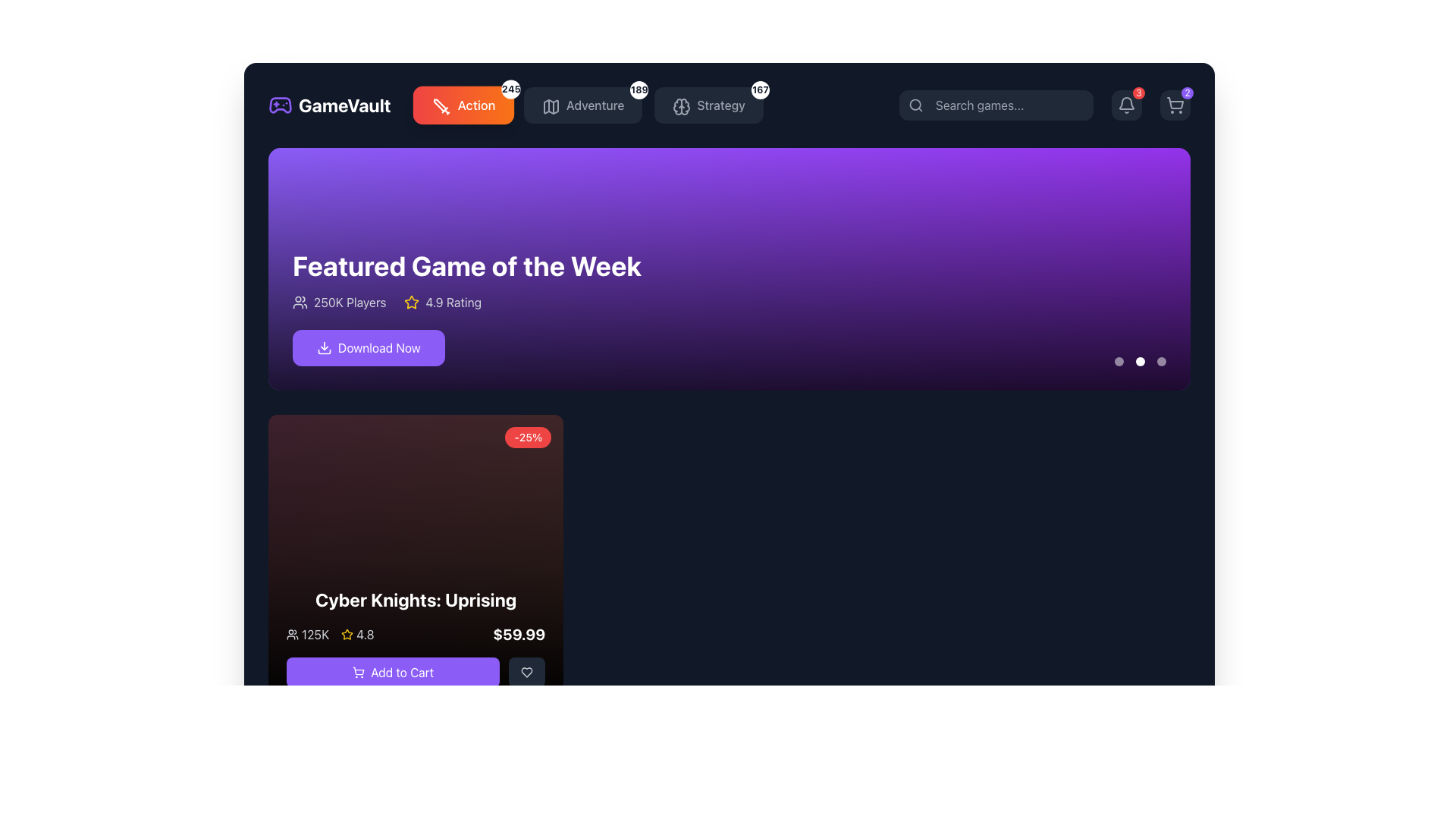  What do you see at coordinates (1127, 104) in the screenshot?
I see `the bell icon located in the upper-right corner of the interface` at bounding box center [1127, 104].